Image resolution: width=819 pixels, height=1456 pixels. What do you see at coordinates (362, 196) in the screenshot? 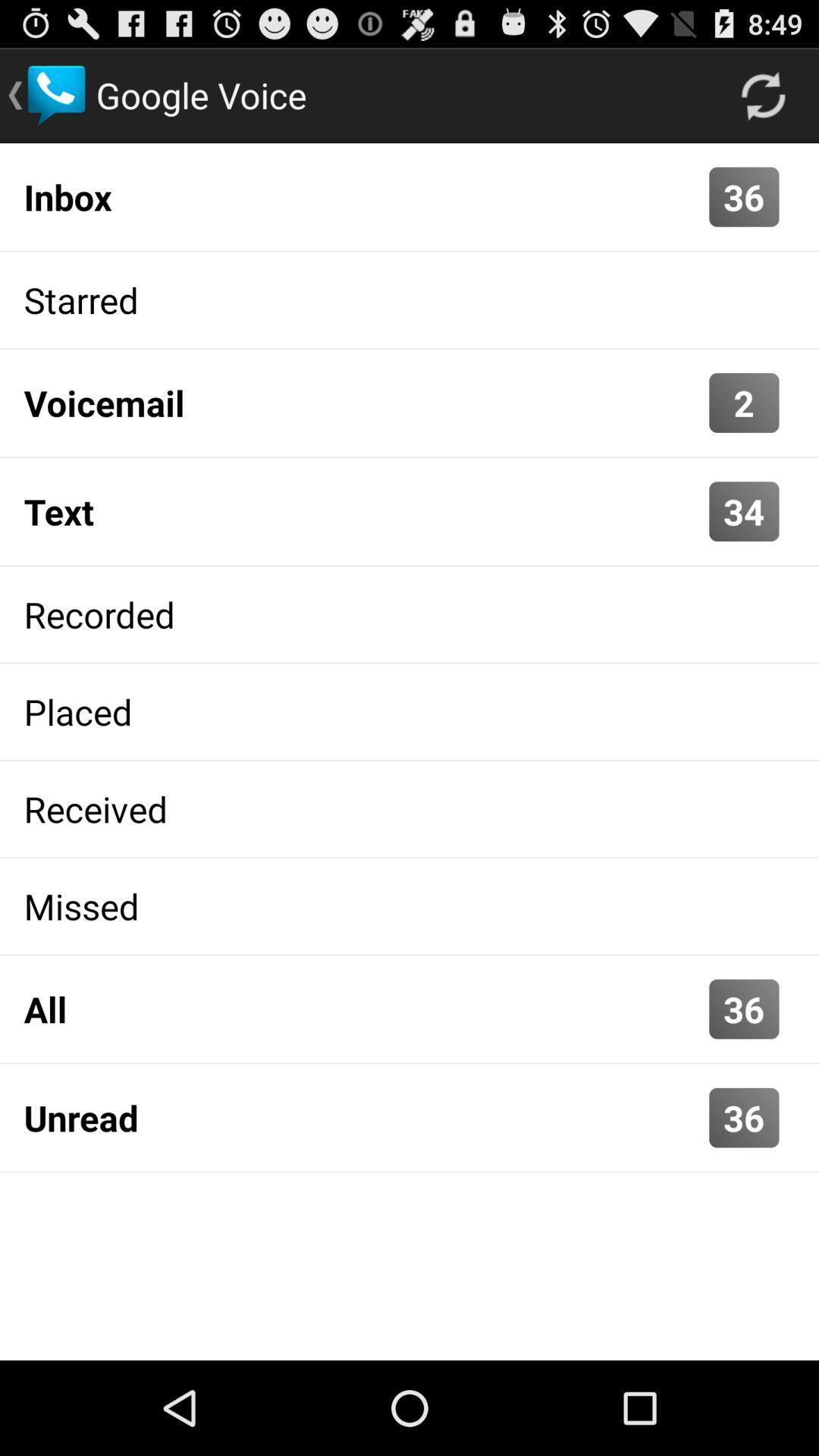
I see `the app above the starred` at bounding box center [362, 196].